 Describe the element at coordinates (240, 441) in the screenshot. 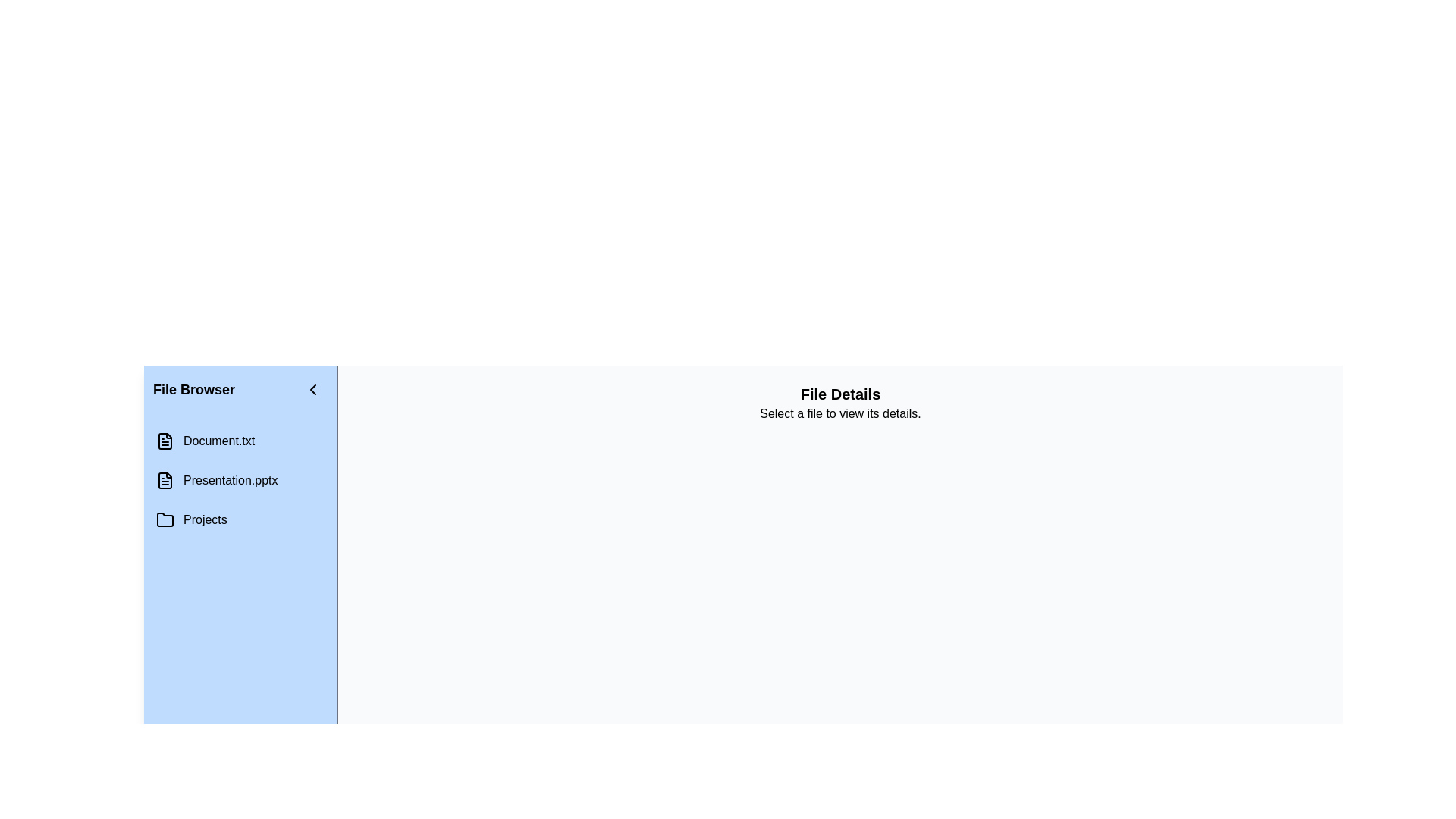

I see `the first list item in the sidebar that represents the file 'Document.txt'` at that location.